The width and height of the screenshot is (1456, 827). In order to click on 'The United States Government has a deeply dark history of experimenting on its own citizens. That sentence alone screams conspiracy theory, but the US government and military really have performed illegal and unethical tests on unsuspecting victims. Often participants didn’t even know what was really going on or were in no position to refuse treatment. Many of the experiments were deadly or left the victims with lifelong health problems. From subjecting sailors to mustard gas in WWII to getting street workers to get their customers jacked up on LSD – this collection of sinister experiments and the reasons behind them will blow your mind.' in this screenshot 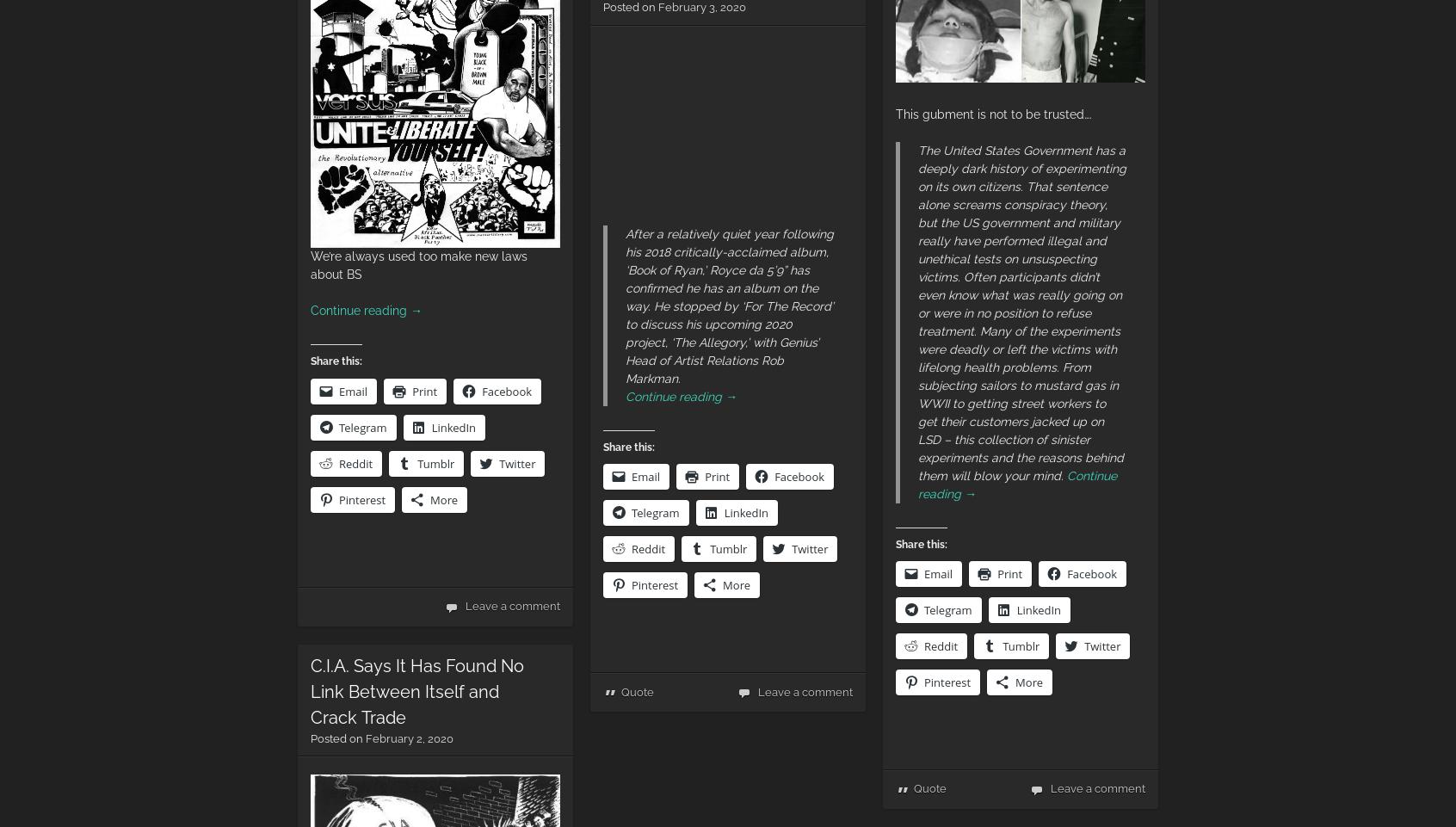, I will do `click(1021, 311)`.